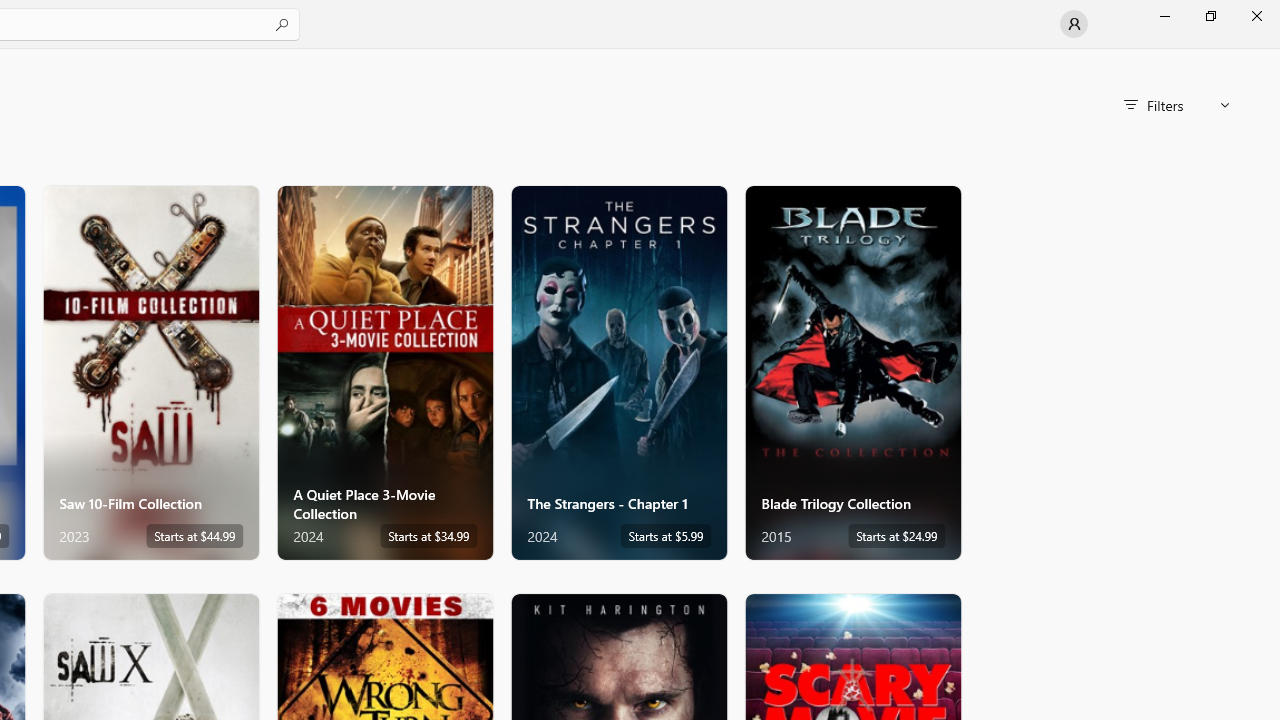 This screenshot has height=720, width=1280. I want to click on 'Blade Trilogy Collection. Starts at $24.99  ', so click(853, 372).